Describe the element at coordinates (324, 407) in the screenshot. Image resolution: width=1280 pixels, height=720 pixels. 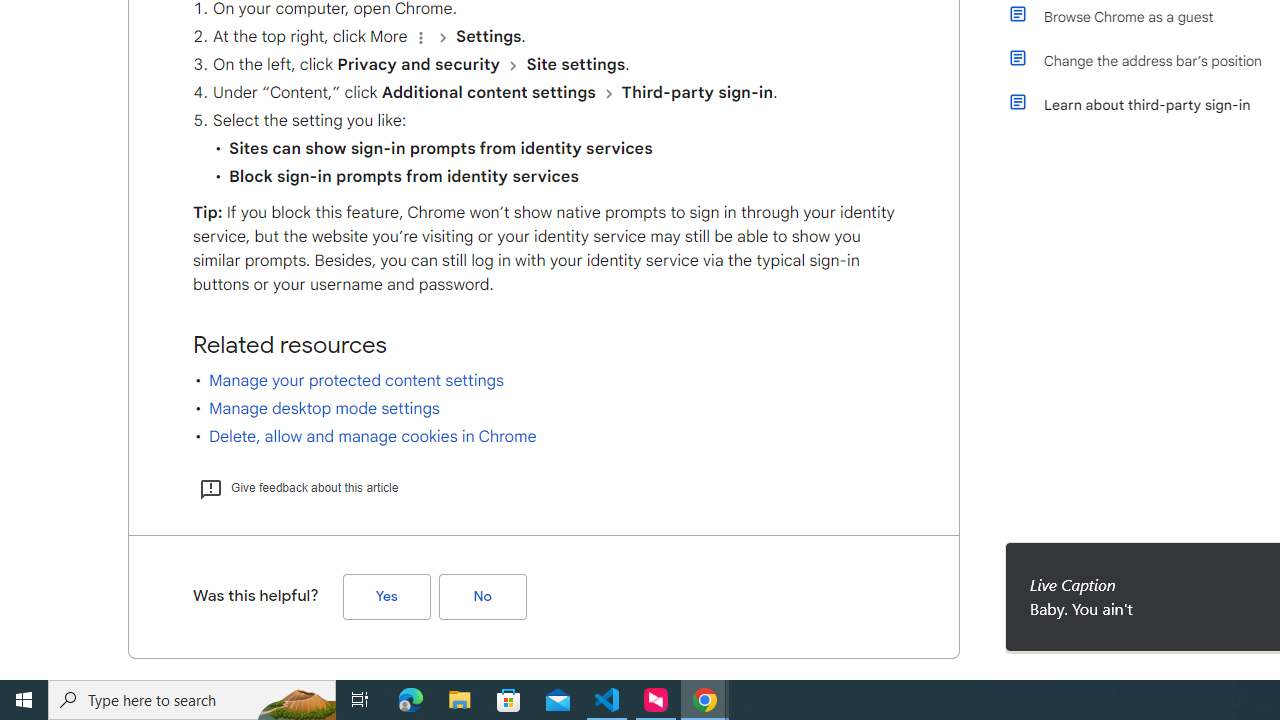
I see `'Manage desktop mode settings'` at that location.